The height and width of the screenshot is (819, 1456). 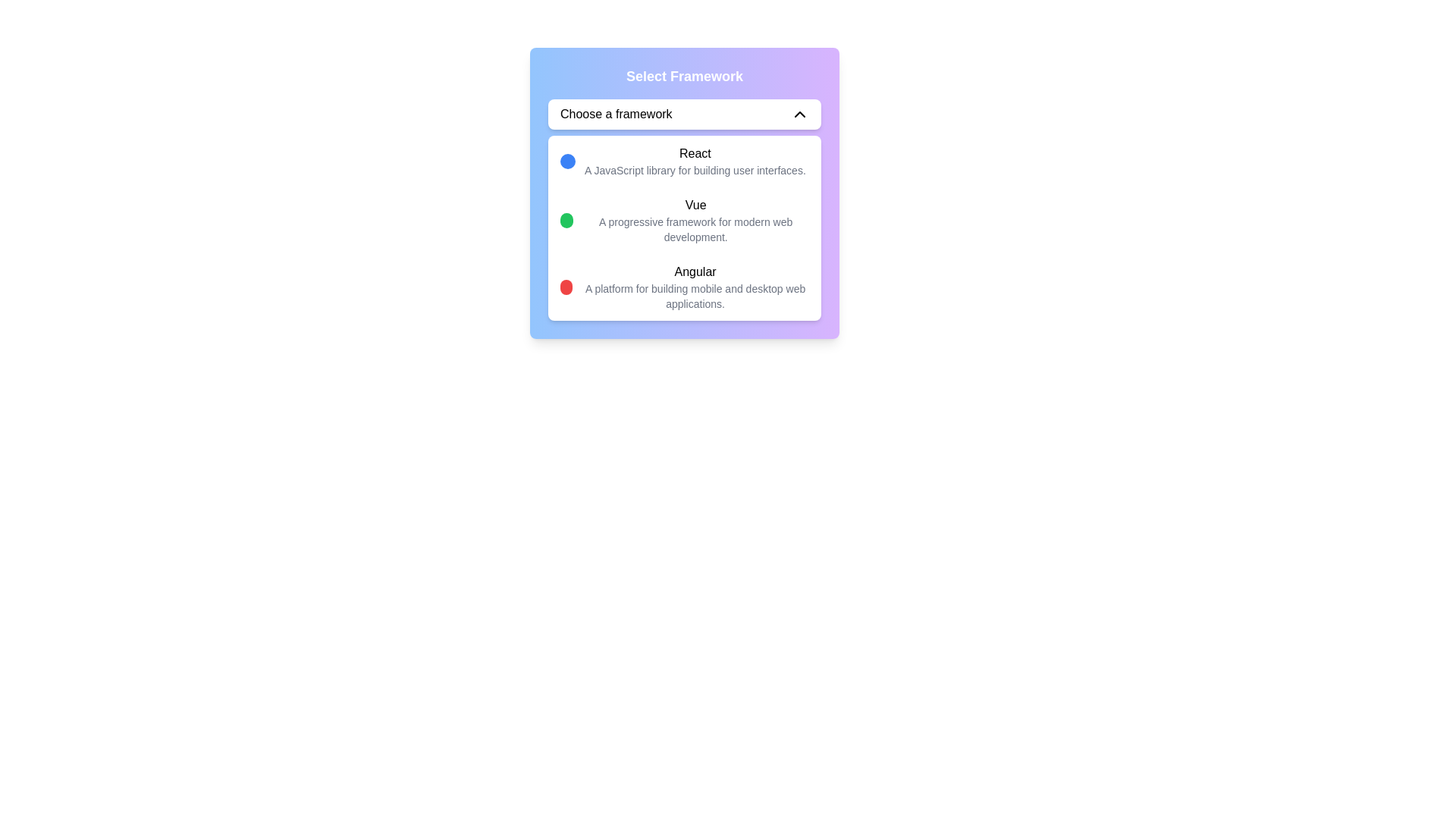 What do you see at coordinates (694, 271) in the screenshot?
I see `text of the label displaying 'Angular', which is the third framework option in a list within a blue-gradient box` at bounding box center [694, 271].